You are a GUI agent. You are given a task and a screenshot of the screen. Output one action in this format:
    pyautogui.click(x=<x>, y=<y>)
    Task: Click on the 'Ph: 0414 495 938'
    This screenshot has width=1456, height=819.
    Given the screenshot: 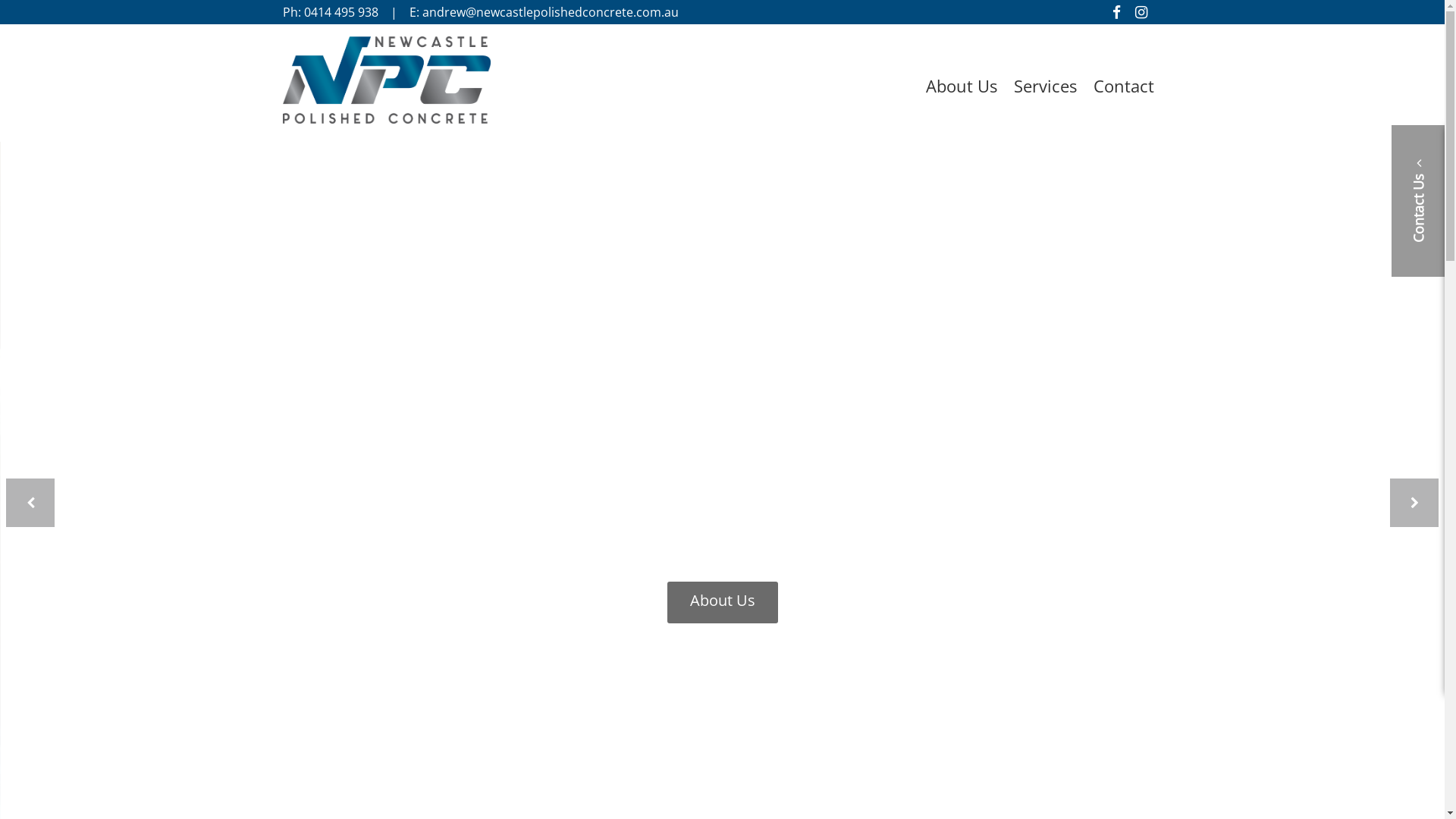 What is the action you would take?
    pyautogui.click(x=329, y=11)
    